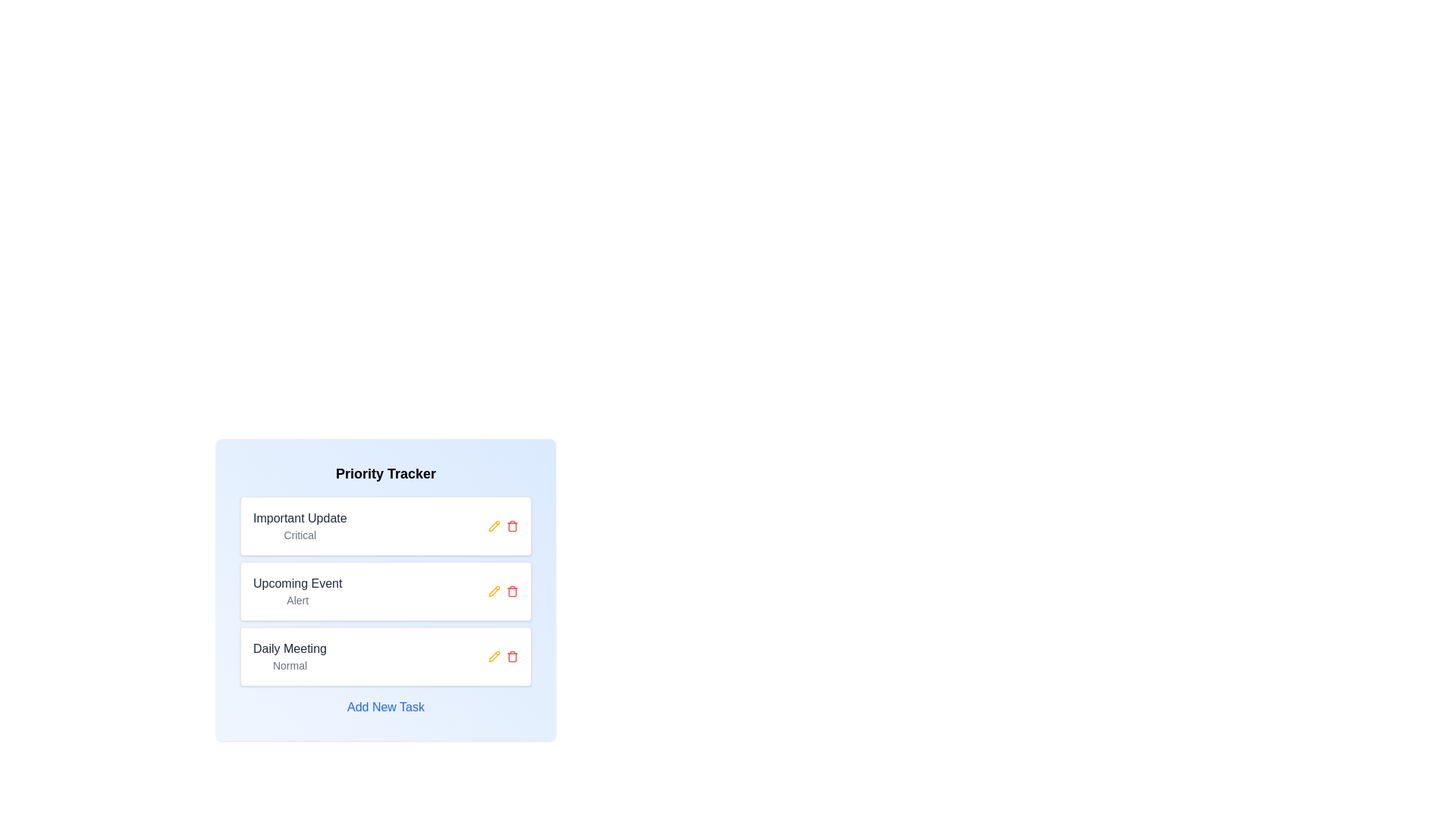 The image size is (1456, 819). Describe the element at coordinates (513, 656) in the screenshot. I see `trash icon associated with the chip titled 'Daily Meeting' to remove it` at that location.